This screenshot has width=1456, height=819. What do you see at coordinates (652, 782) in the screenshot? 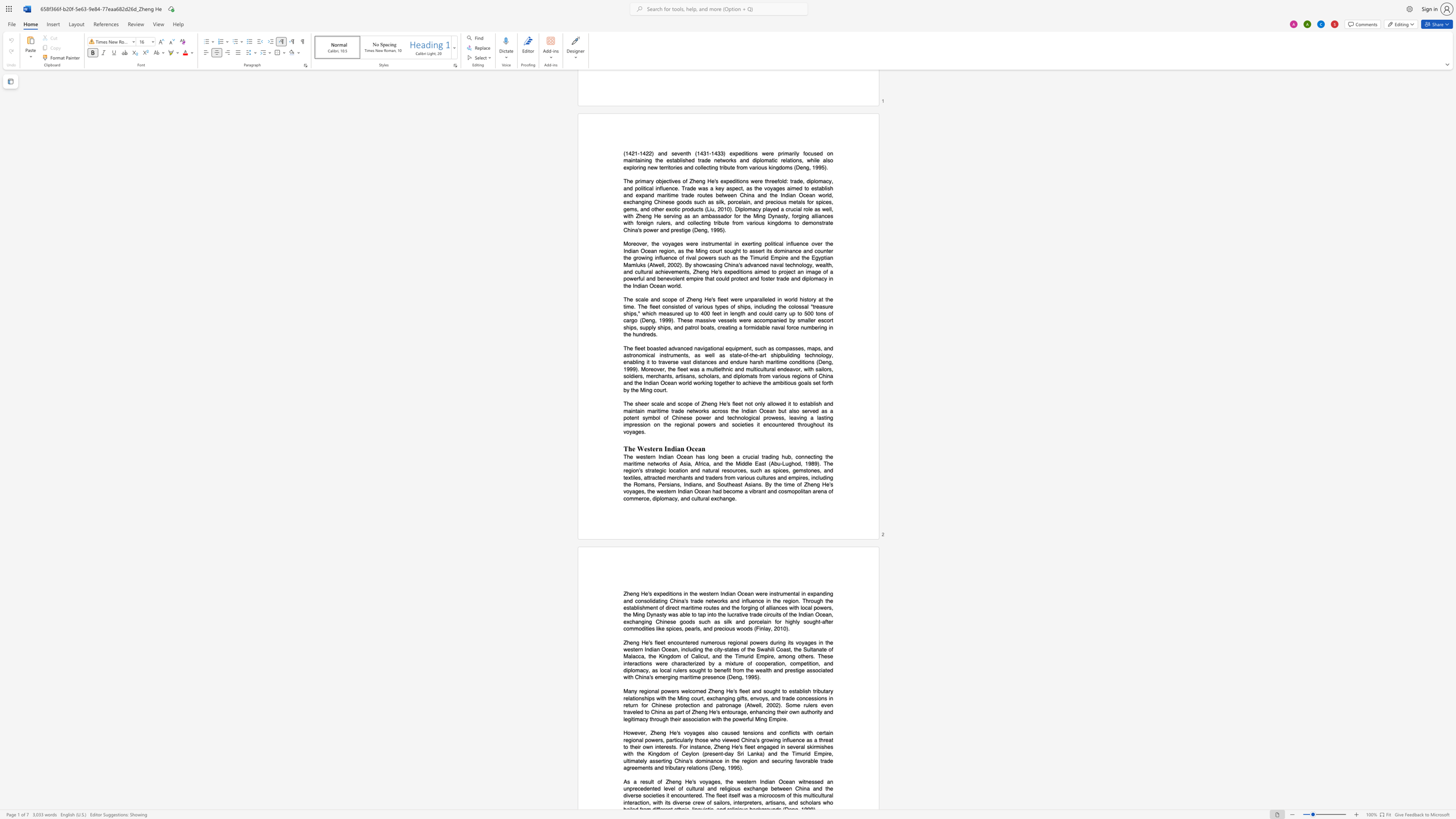
I see `the subset text "t of Zheng He" within the text "As a result of Zheng He"` at bounding box center [652, 782].